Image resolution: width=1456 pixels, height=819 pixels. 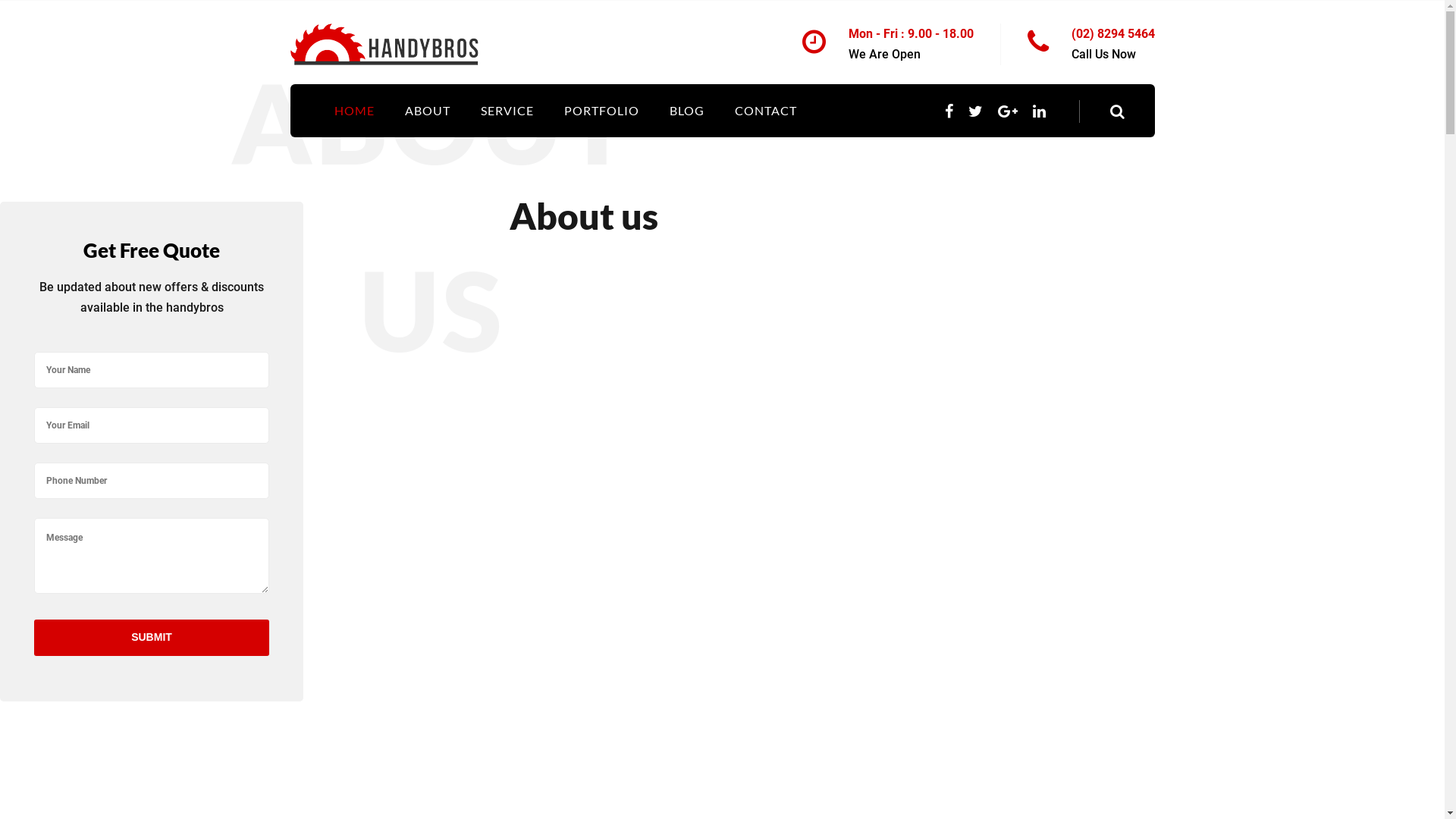 What do you see at coordinates (764, 110) in the screenshot?
I see `'CONTACT'` at bounding box center [764, 110].